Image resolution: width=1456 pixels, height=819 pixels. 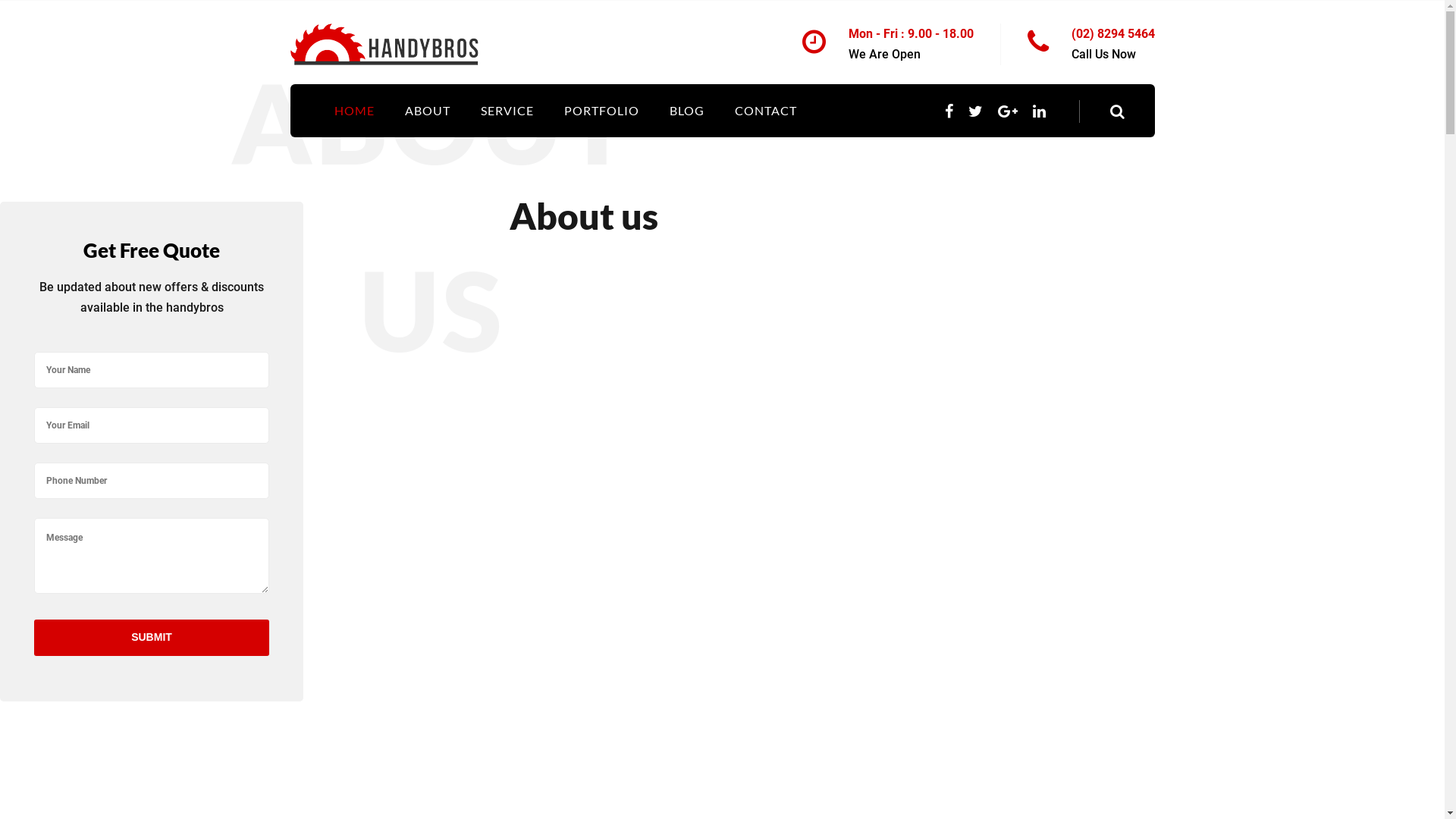 What do you see at coordinates (764, 110) in the screenshot?
I see `'CONTACT'` at bounding box center [764, 110].